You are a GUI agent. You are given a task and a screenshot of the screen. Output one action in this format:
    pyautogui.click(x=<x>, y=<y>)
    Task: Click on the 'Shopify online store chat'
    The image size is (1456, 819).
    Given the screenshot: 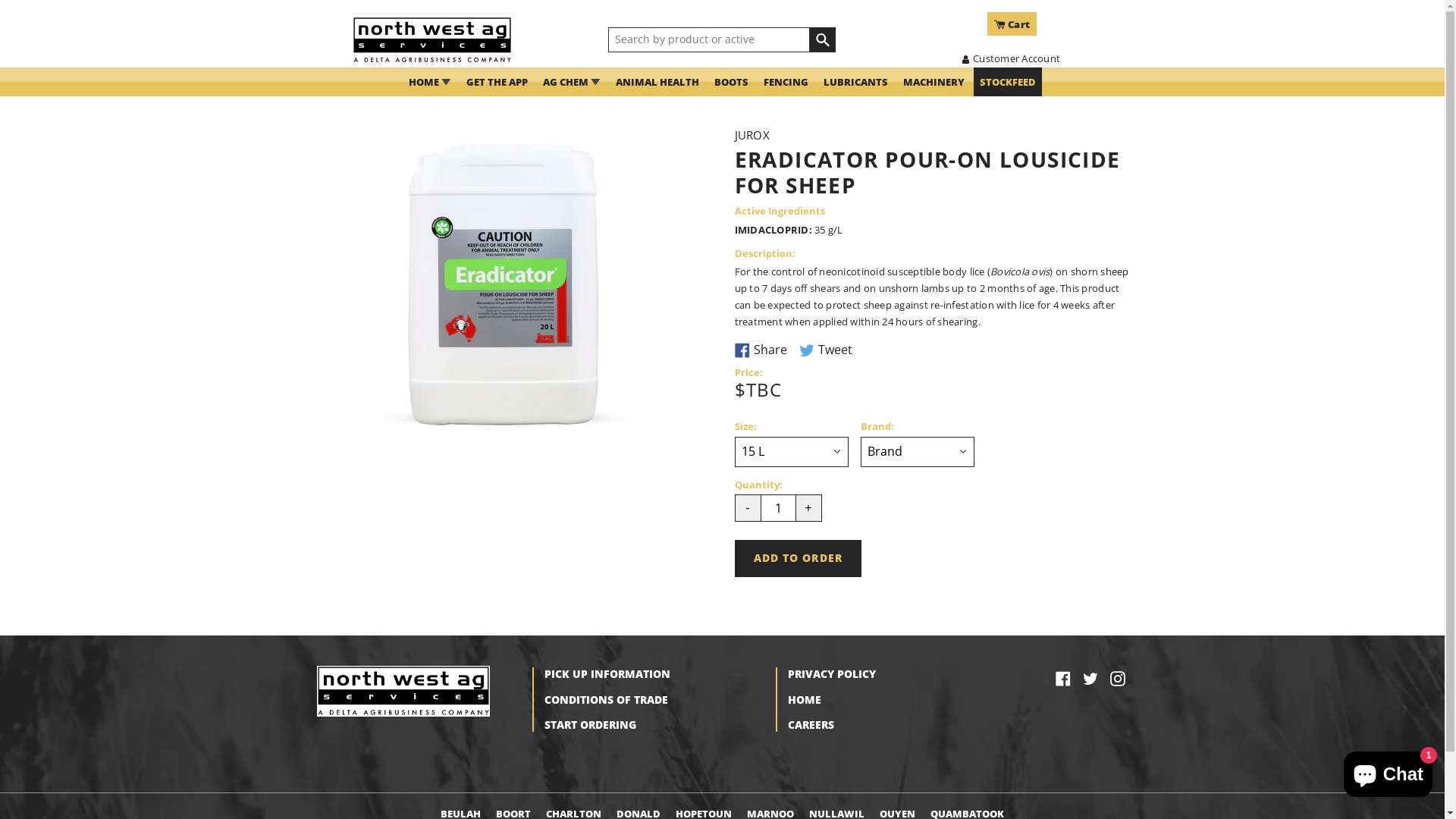 What is the action you would take?
    pyautogui.click(x=1339, y=771)
    